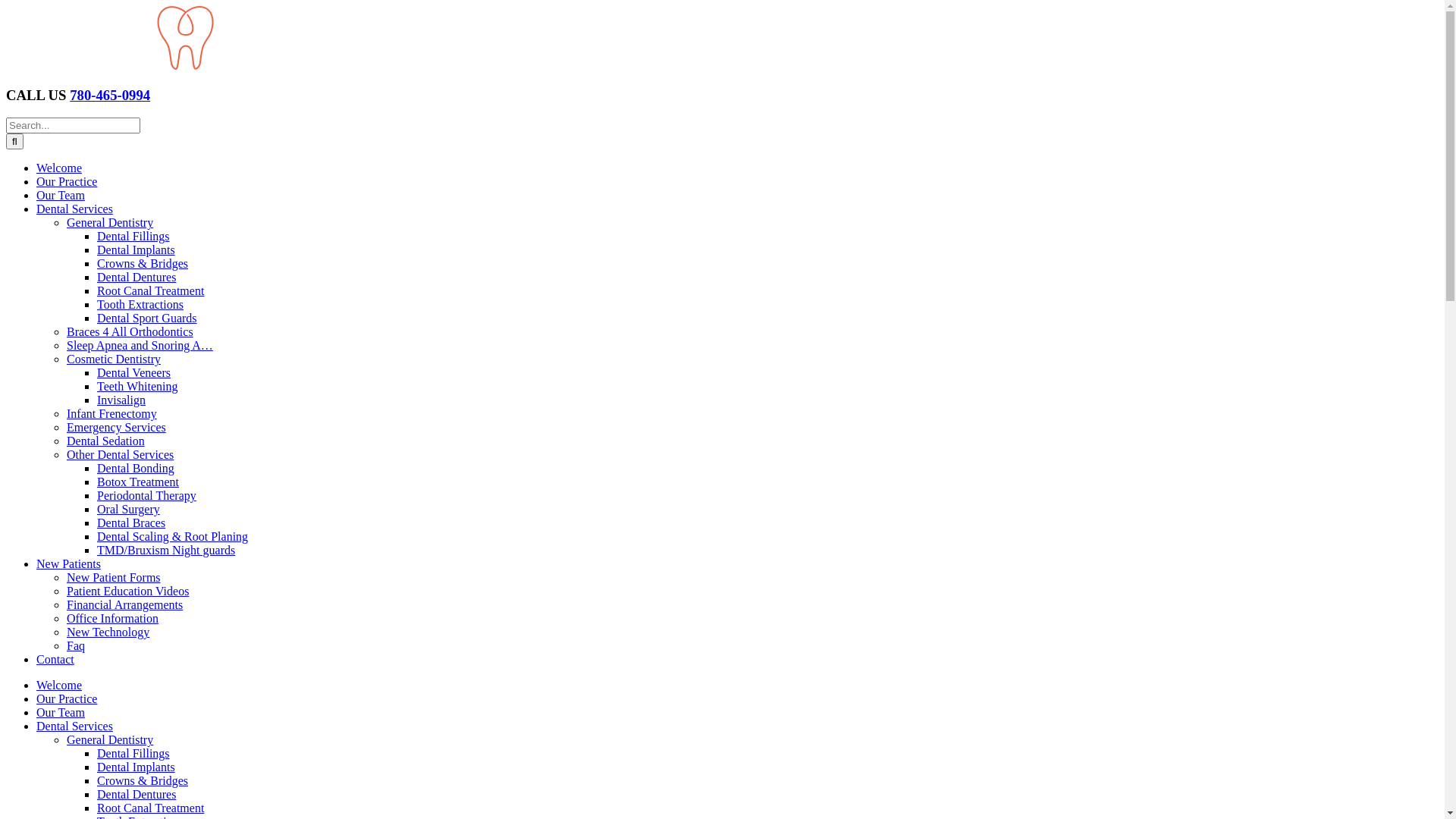 Image resolution: width=1456 pixels, height=819 pixels. Describe the element at coordinates (36, 685) in the screenshot. I see `'Welcome'` at that location.